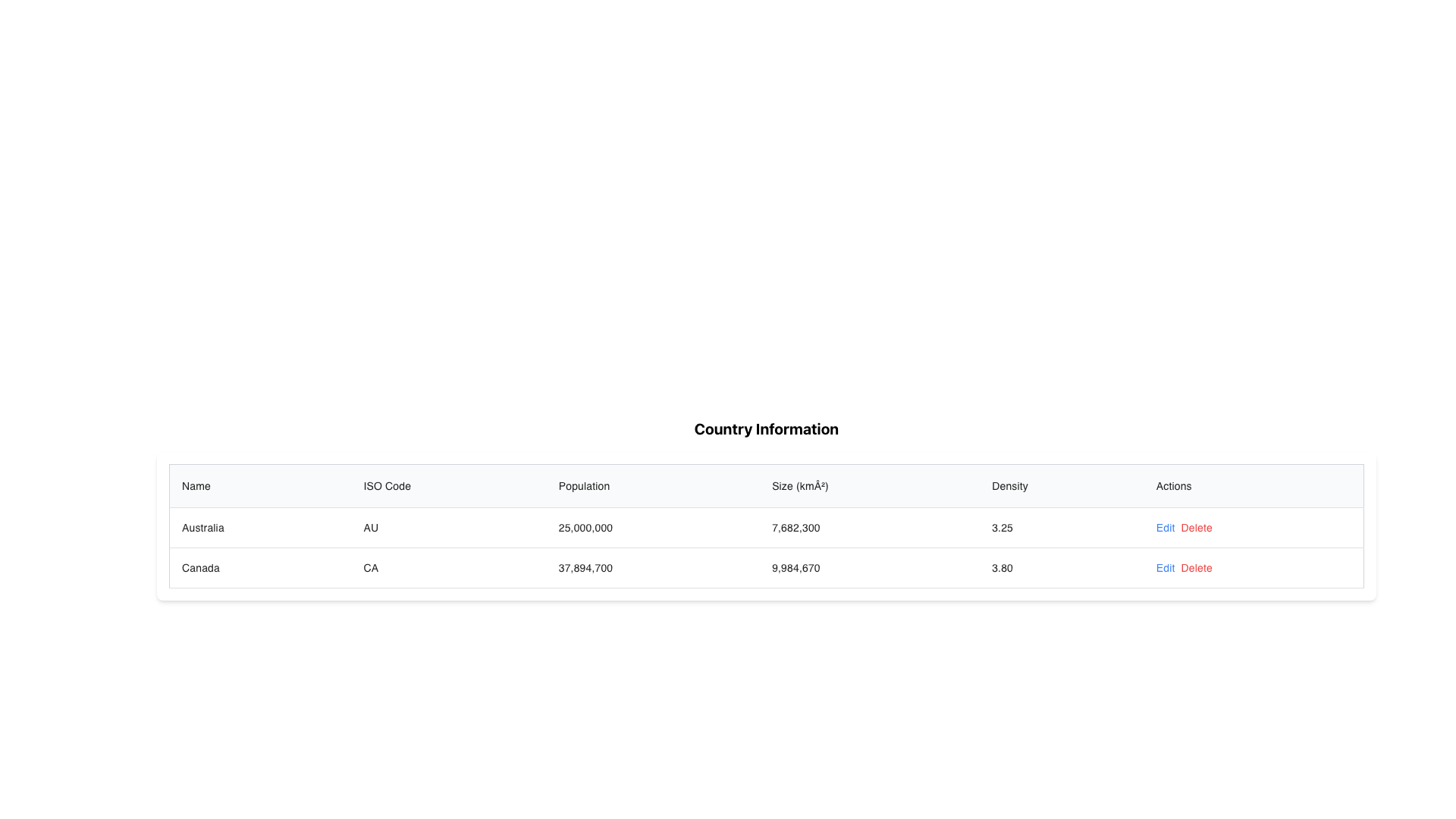 Image resolution: width=1456 pixels, height=819 pixels. I want to click on the table cell displaying the population number '37,894,700' for Canada, which is located in the third column of the second row under the 'Population' column, so click(653, 567).